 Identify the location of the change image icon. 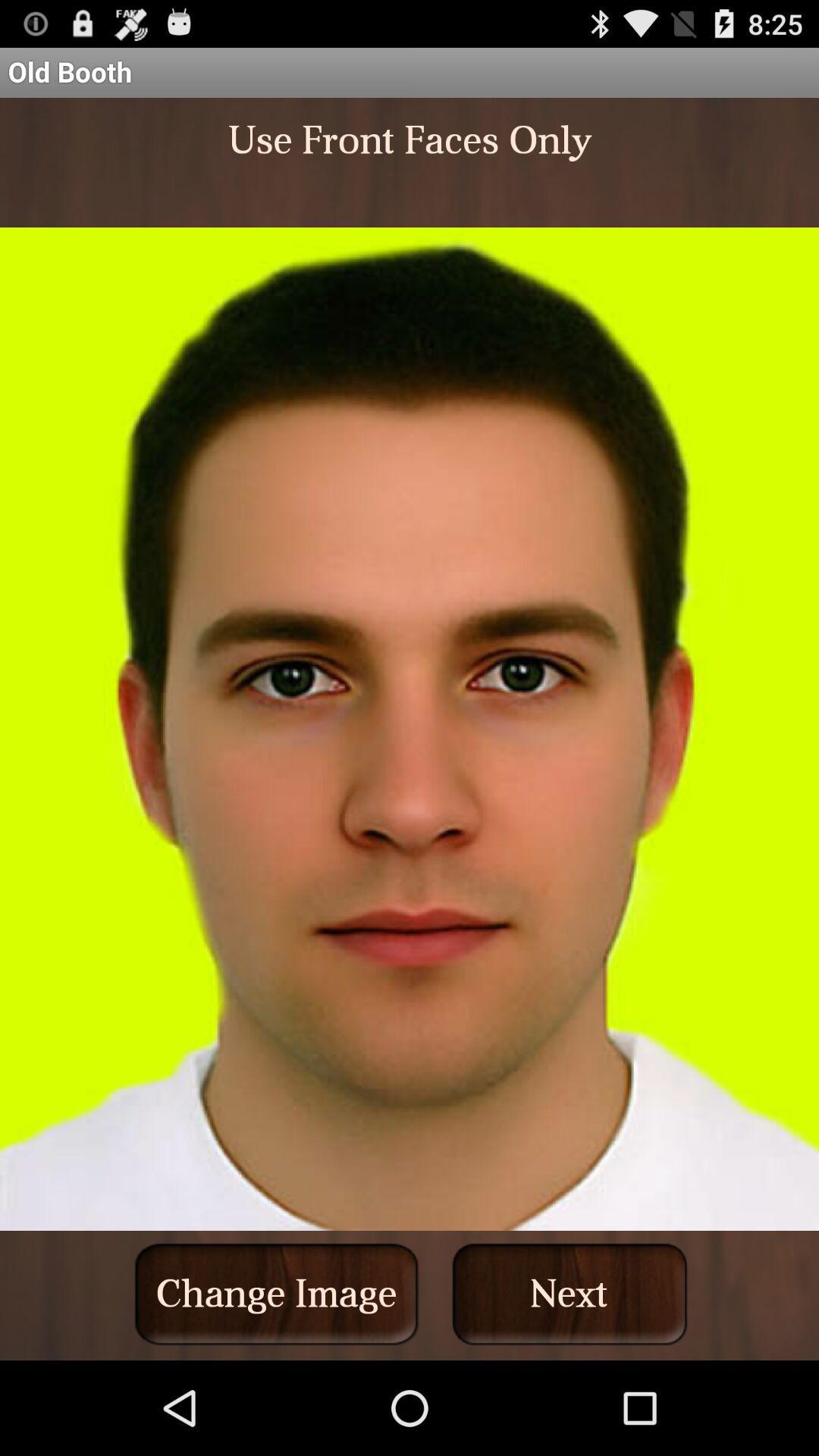
(276, 1293).